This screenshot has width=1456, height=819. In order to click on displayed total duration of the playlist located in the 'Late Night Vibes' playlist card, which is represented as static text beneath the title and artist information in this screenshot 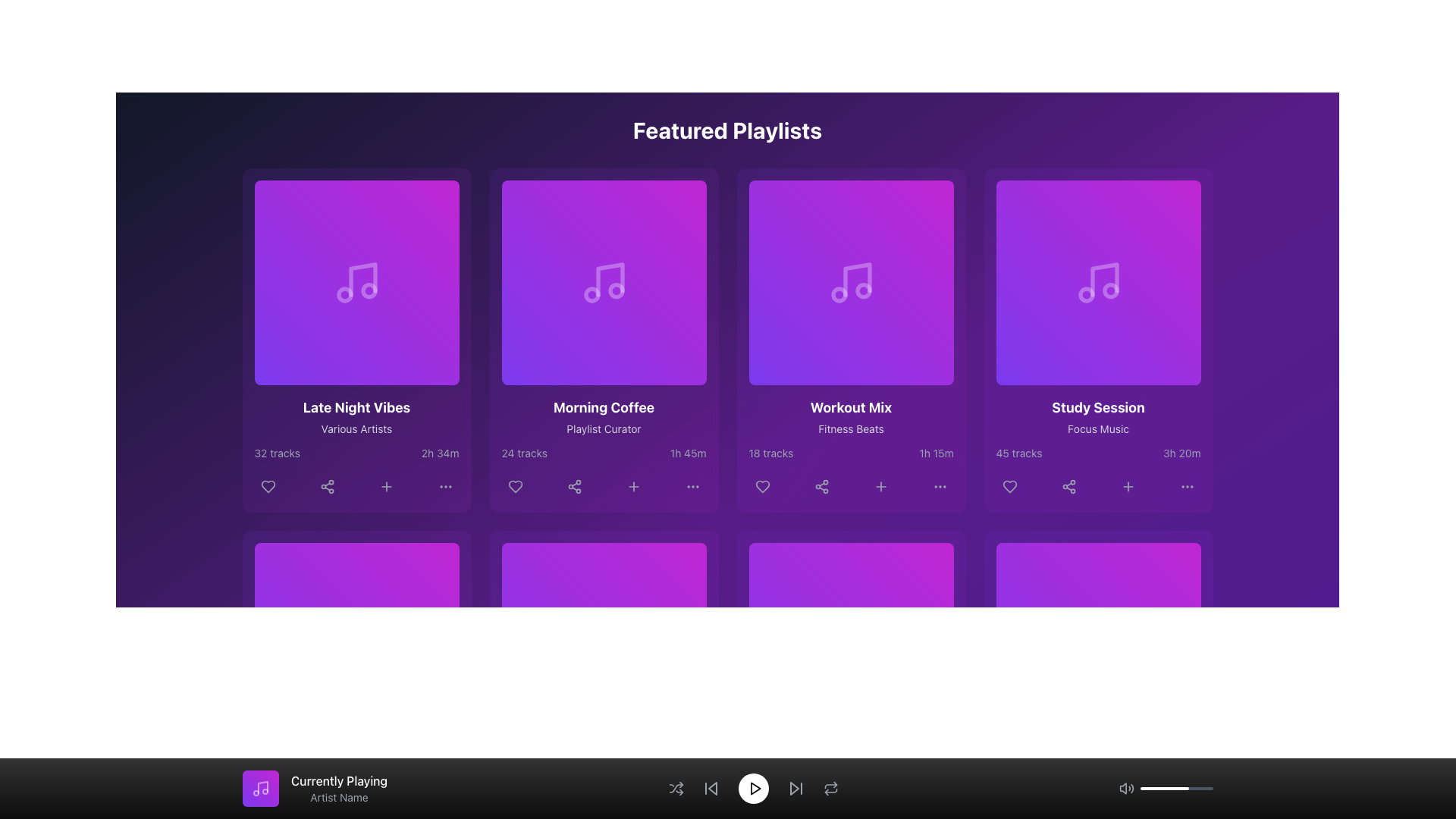, I will do `click(439, 452)`.